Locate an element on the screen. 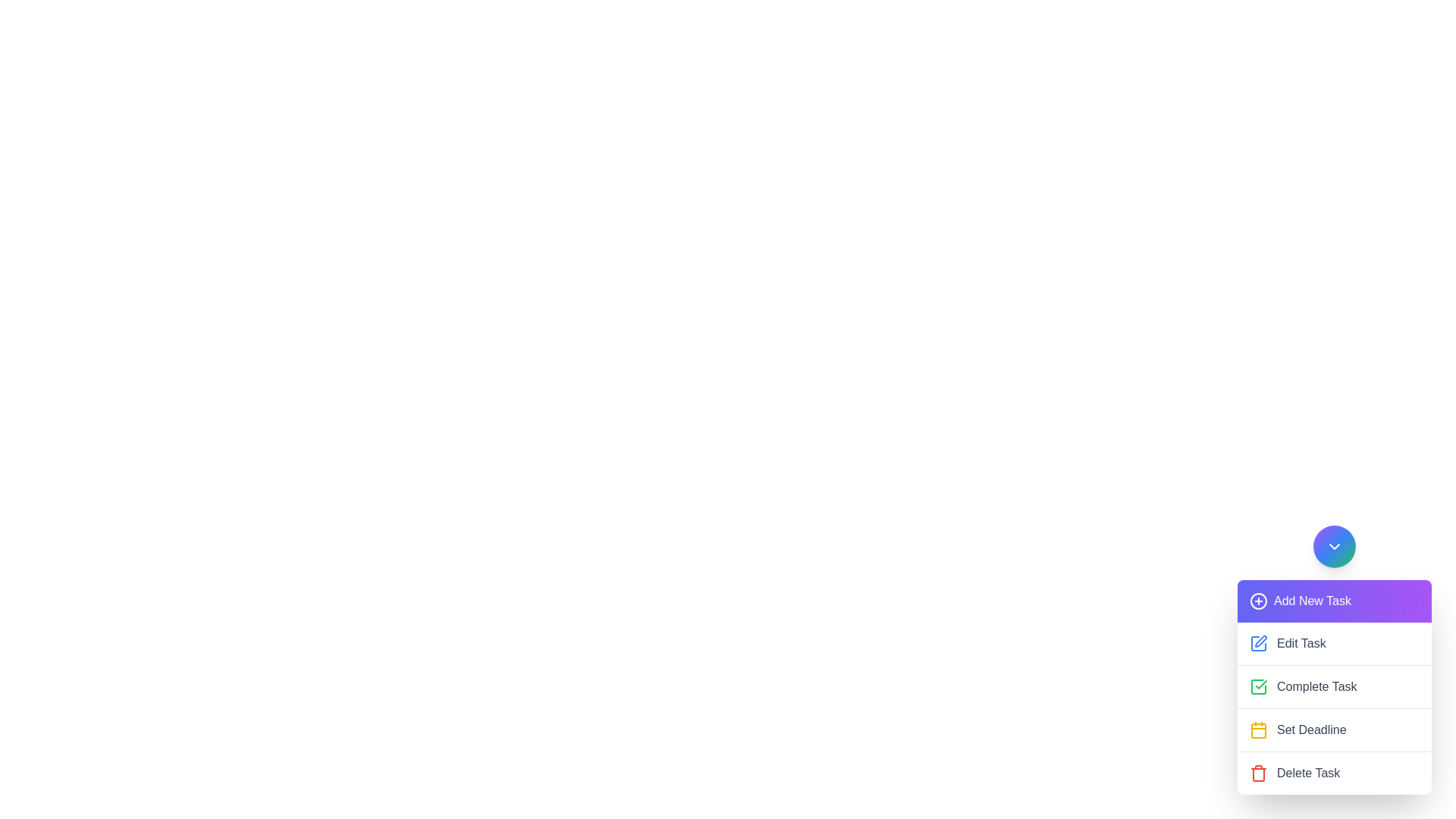  the button is located at coordinates (1335, 601).